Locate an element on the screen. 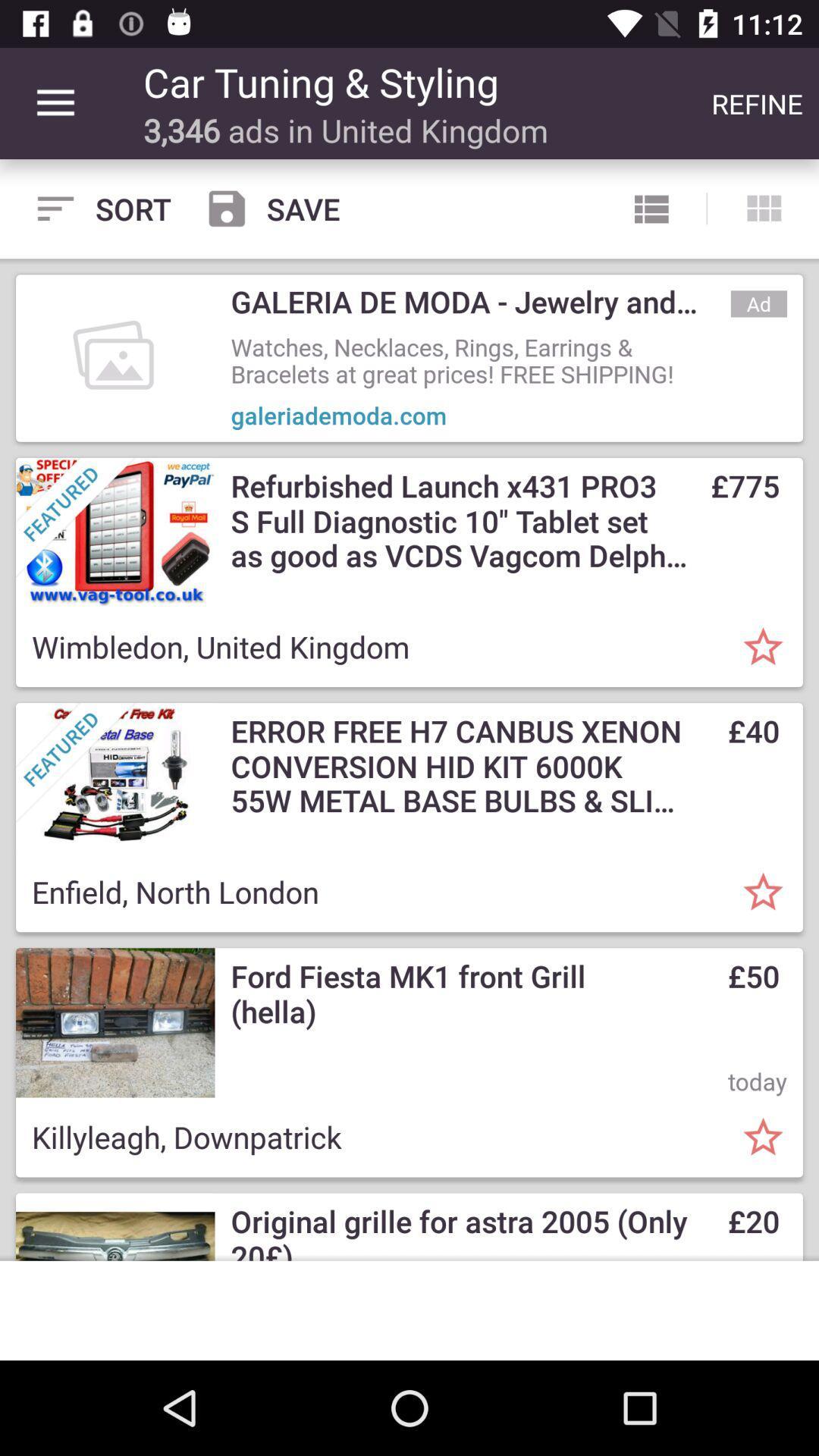  image left to the text ford fiesta is located at coordinates (115, 1022).